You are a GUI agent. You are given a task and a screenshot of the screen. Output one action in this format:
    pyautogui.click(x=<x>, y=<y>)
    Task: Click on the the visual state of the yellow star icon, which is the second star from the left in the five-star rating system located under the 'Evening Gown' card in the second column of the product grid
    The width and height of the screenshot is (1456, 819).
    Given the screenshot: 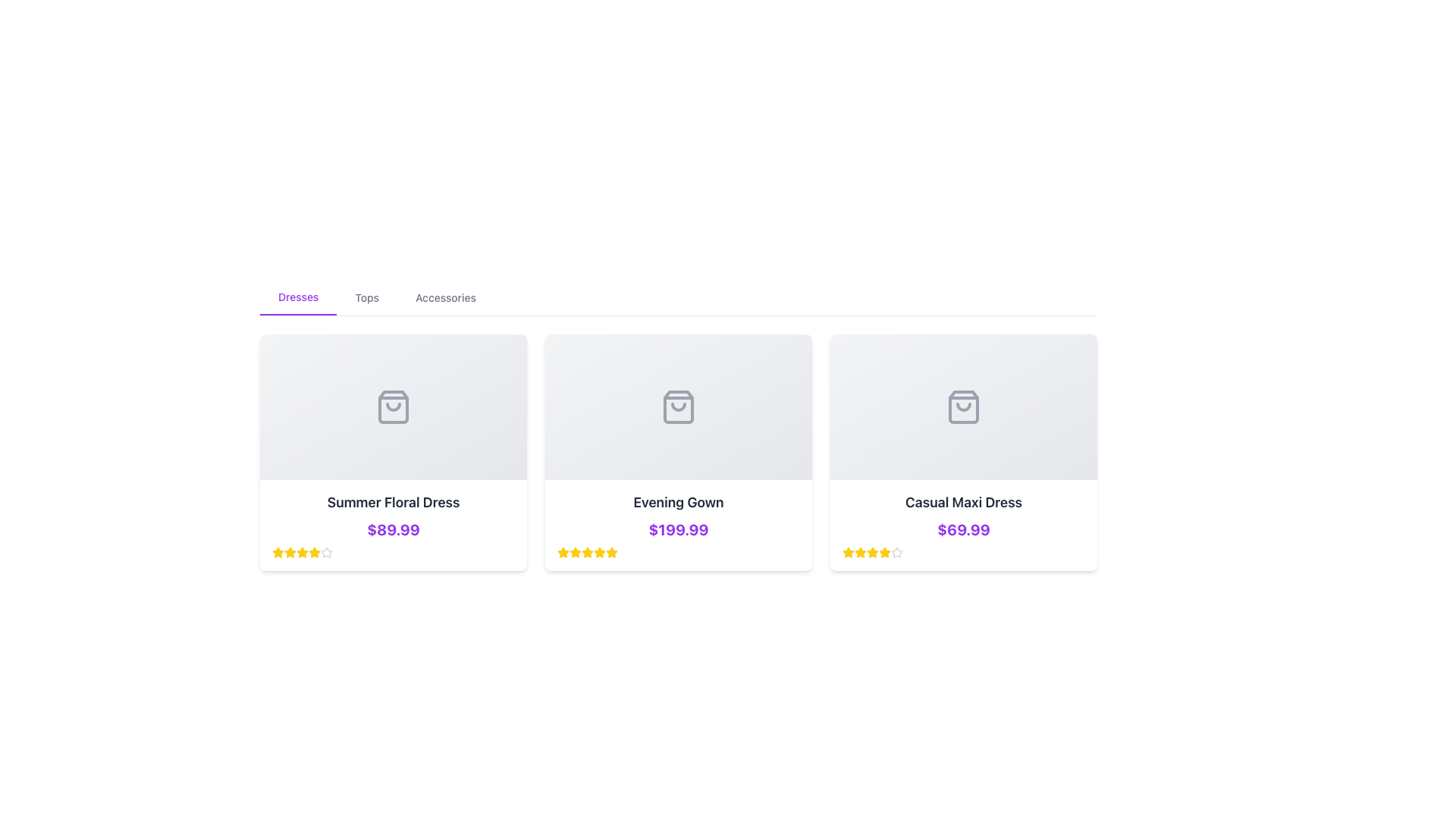 What is the action you would take?
    pyautogui.click(x=574, y=552)
    